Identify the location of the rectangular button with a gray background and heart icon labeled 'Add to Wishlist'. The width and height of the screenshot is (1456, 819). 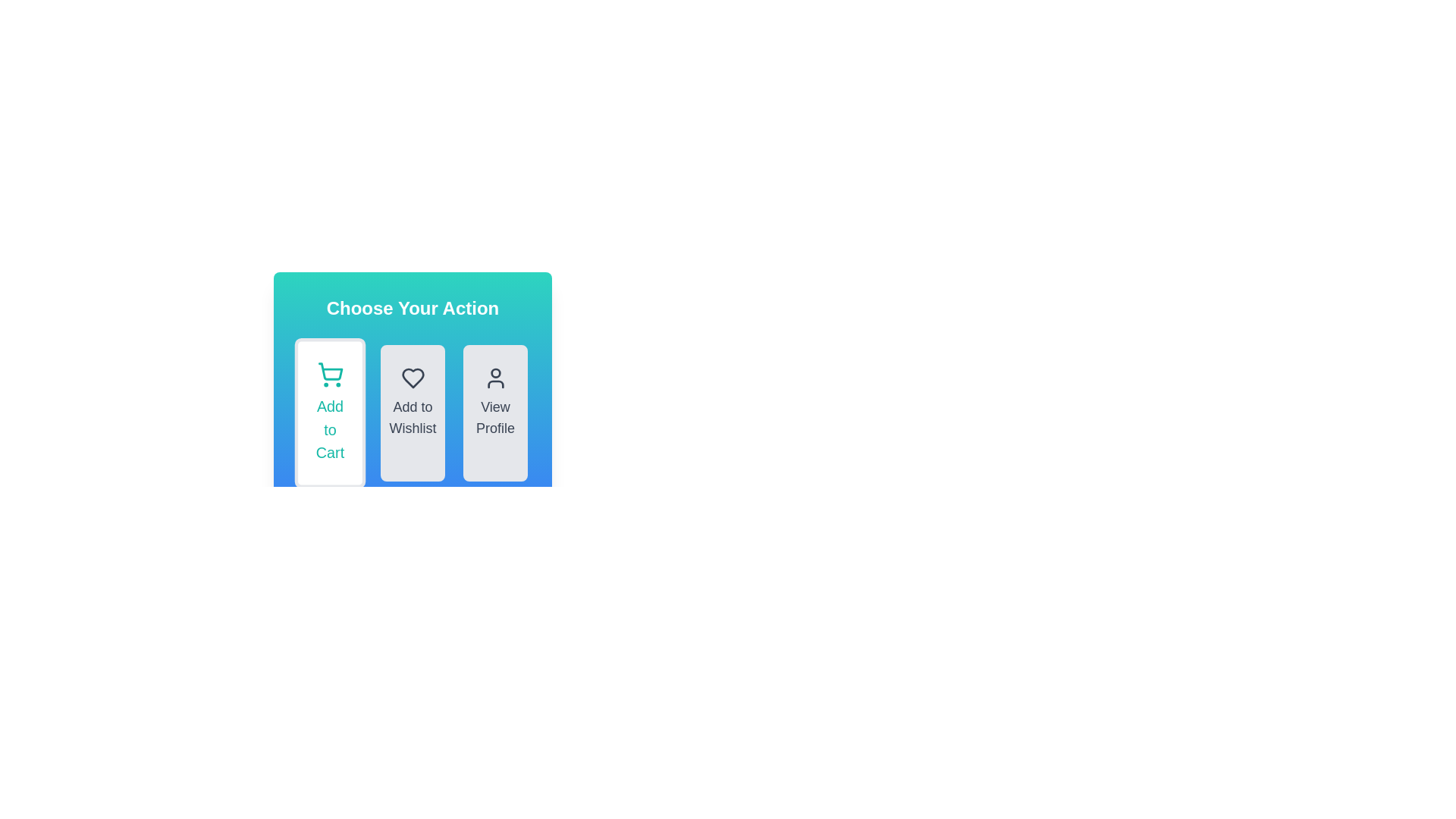
(413, 388).